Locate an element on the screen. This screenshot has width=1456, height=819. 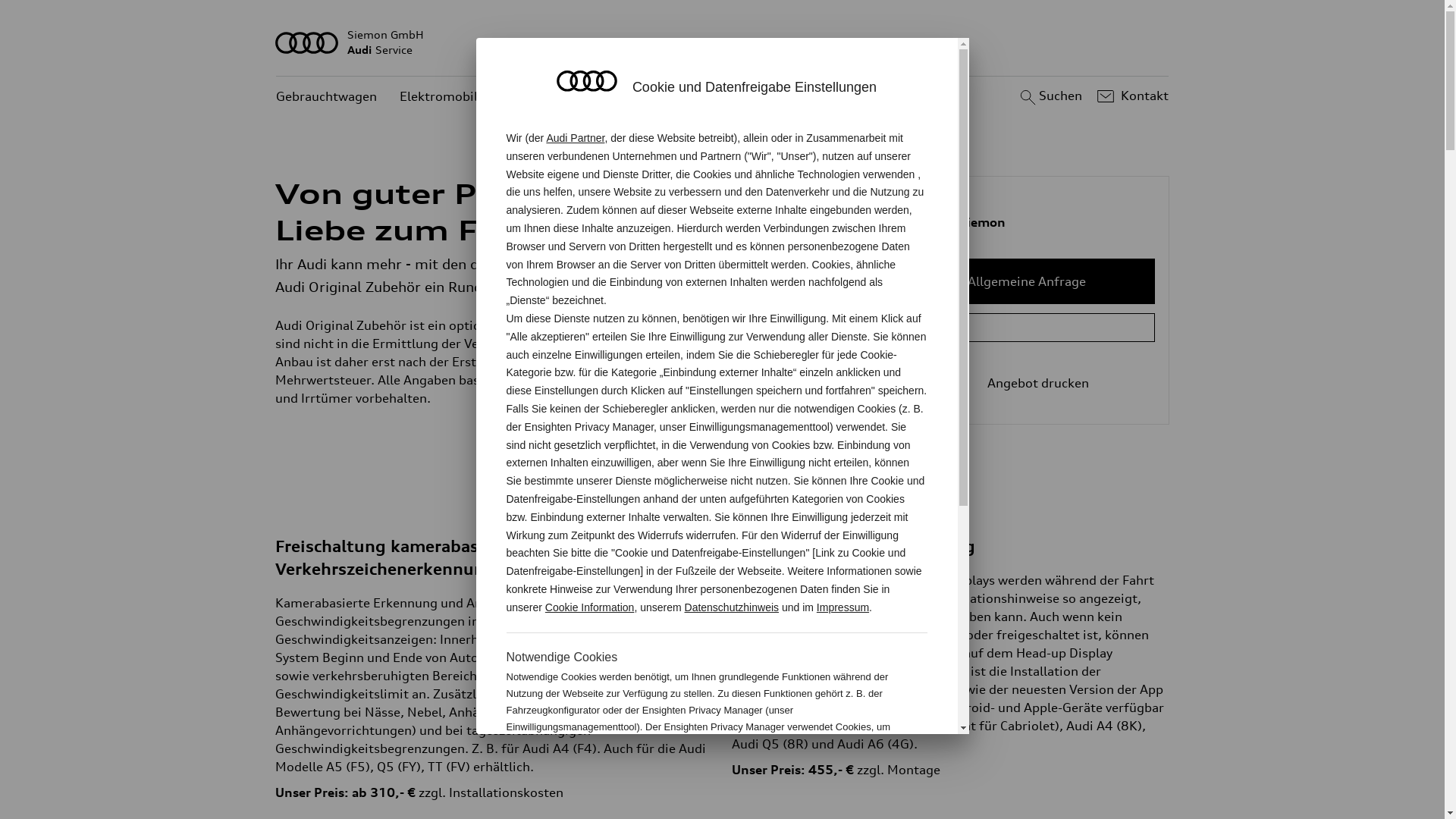
'Impressum' is located at coordinates (842, 607).